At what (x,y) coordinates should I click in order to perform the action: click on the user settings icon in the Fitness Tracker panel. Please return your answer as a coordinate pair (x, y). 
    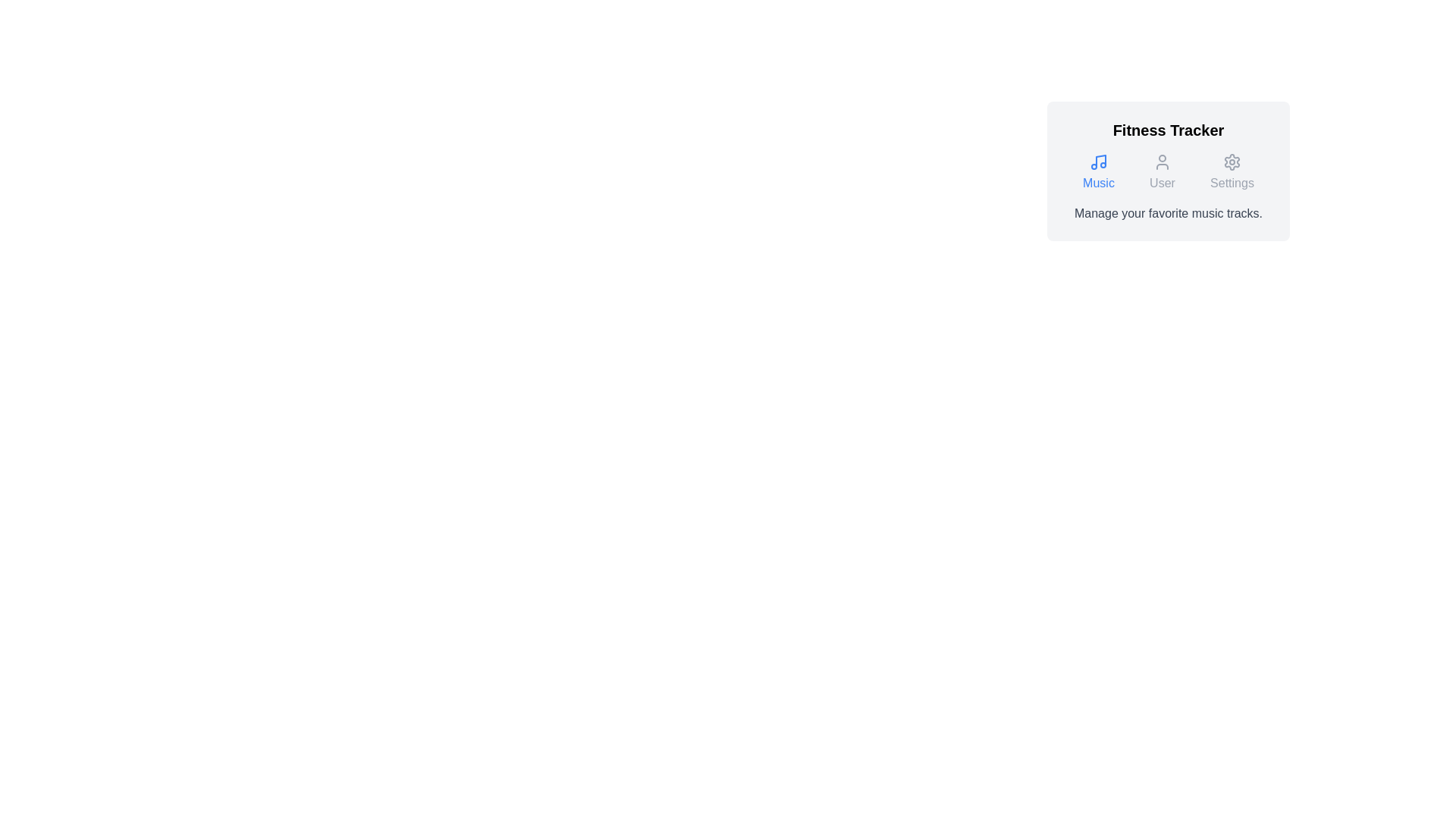
    Looking at the image, I should click on (1161, 162).